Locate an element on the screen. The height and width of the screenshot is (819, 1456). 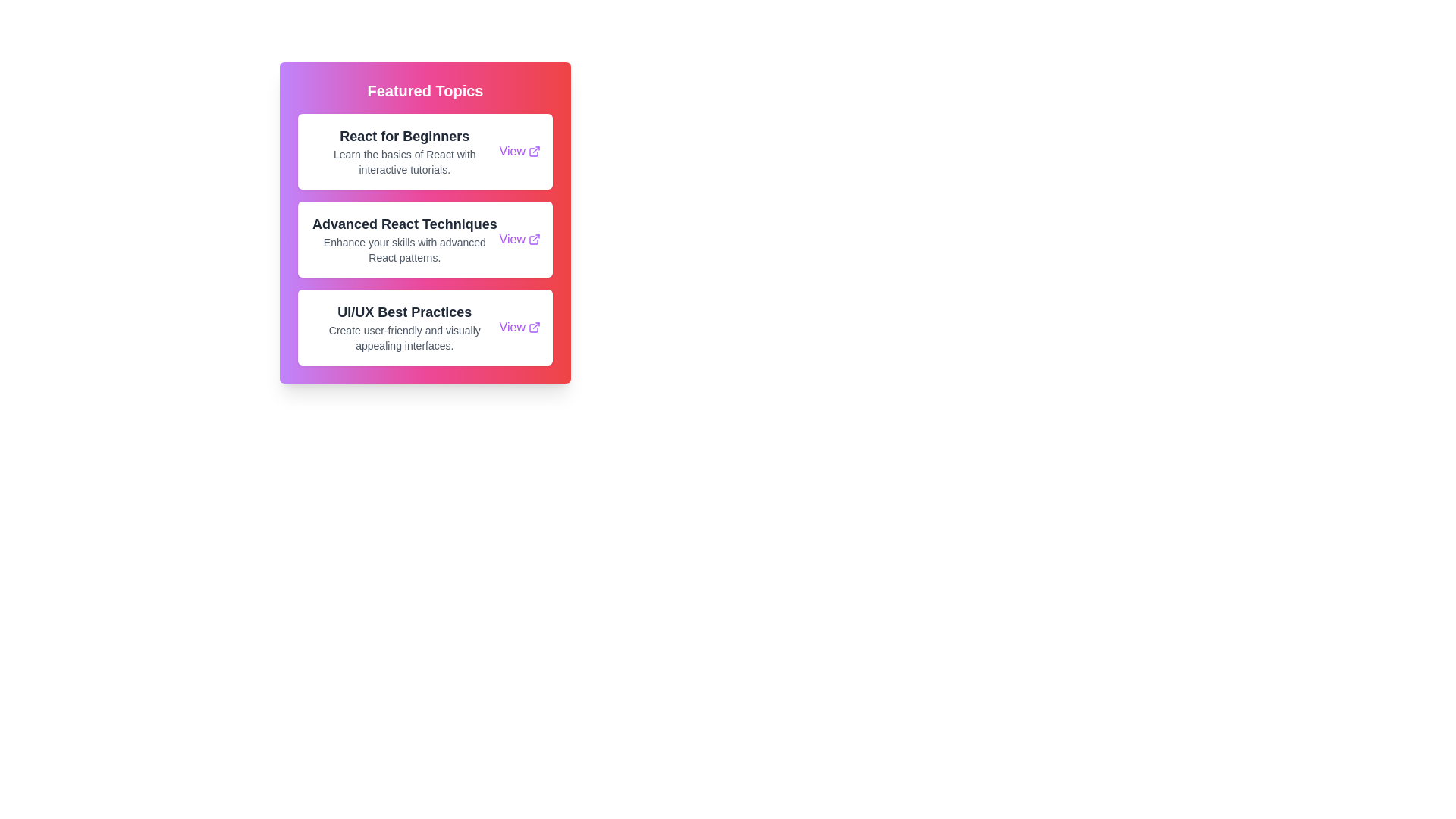
the Text Label displaying 'Enhance your skills with advanced React patterns.' which is styled in gray and located beneath the heading 'Advanced React Techniques.' is located at coordinates (404, 249).